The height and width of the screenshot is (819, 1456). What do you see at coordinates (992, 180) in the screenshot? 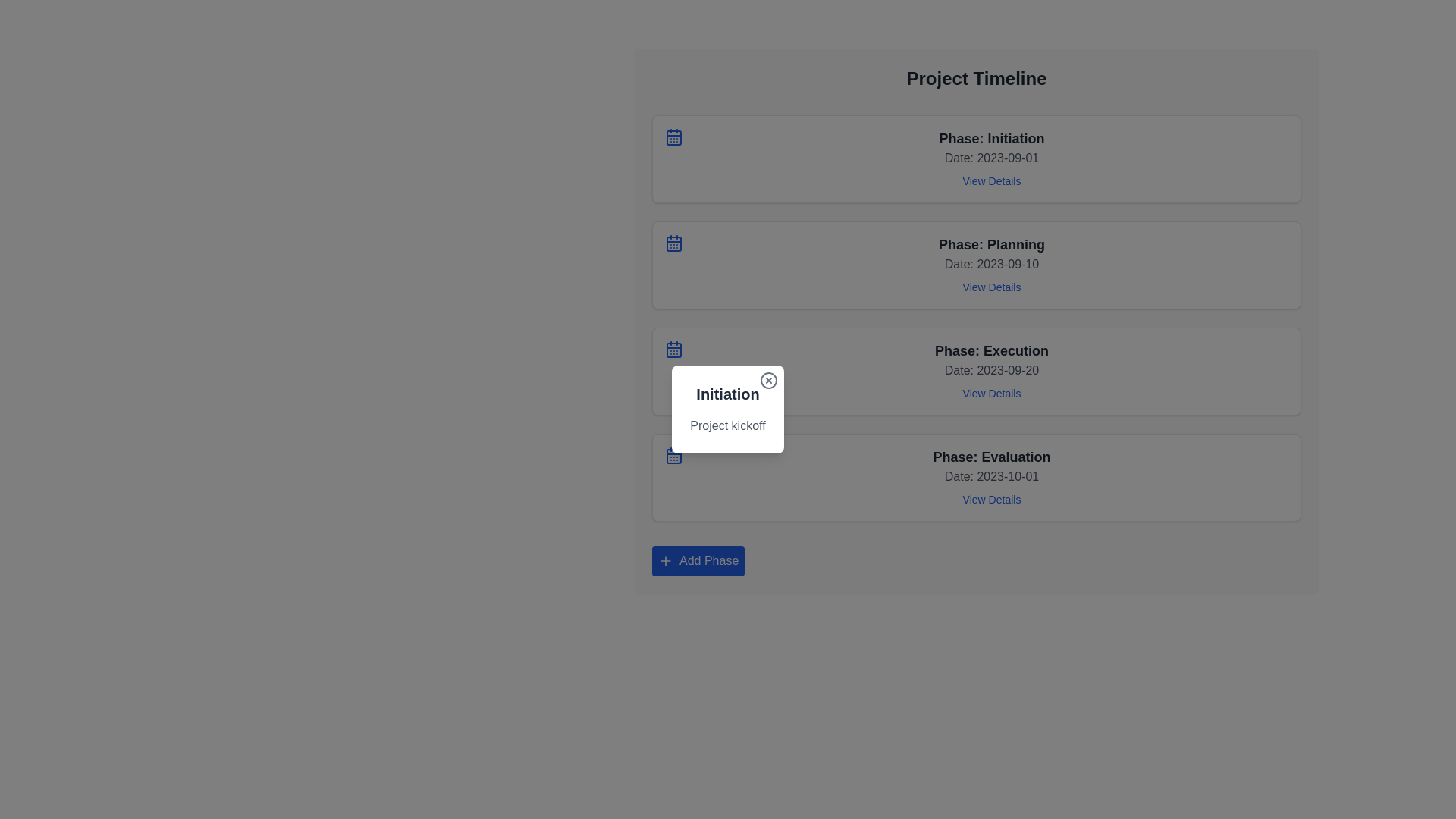
I see `the 'View Details' hyperlink located beneath the 'Date: 2023-09-01' text in the 'Phase: Initiation' section` at bounding box center [992, 180].